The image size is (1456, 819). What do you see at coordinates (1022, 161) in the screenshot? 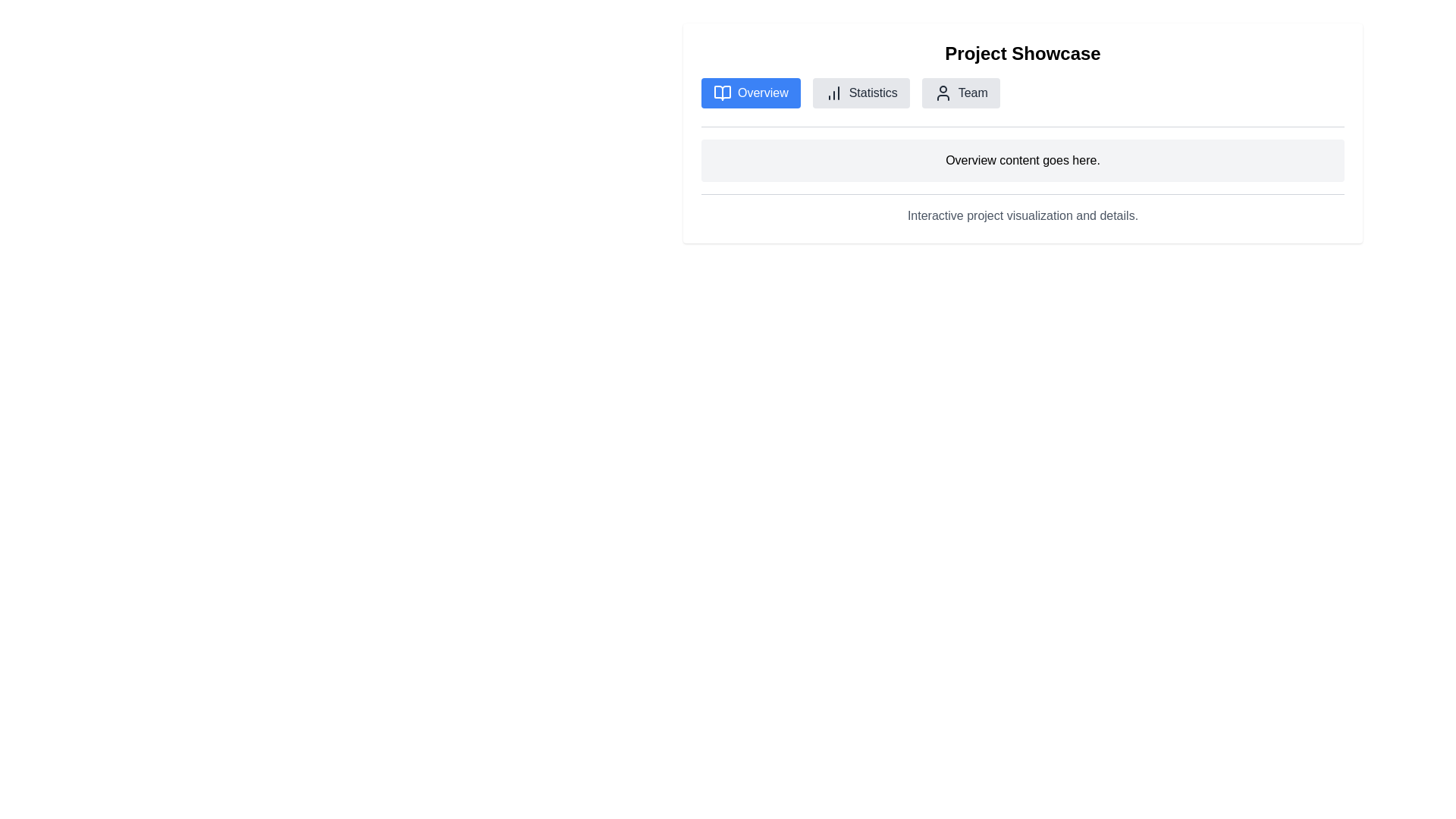
I see `the content display box with a light gray background and rounded corners that contains the text 'Overview content goes here.'` at bounding box center [1022, 161].